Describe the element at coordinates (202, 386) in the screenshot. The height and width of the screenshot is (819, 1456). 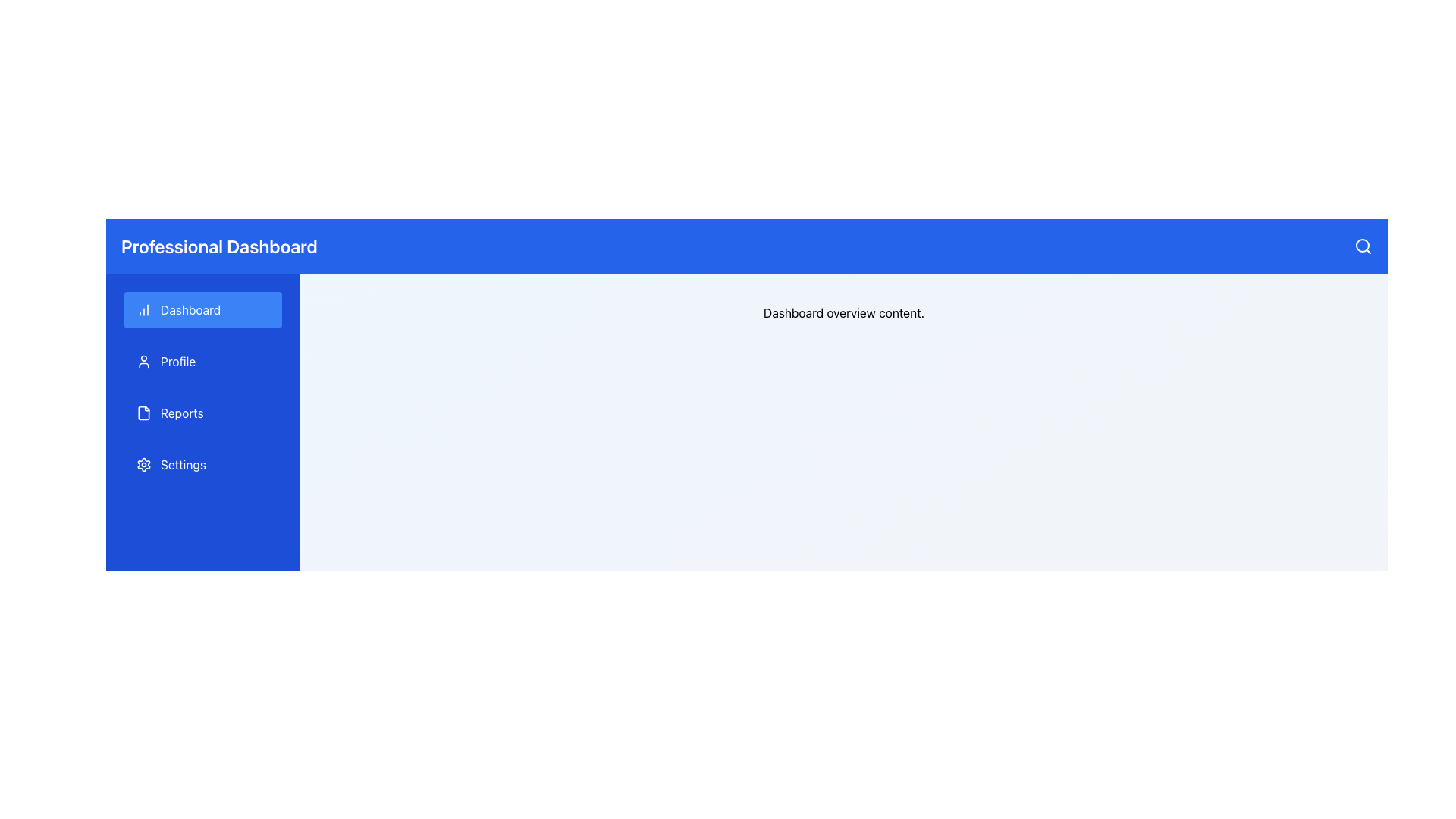
I see `the Vertical Sidebar Navigation Menu` at that location.